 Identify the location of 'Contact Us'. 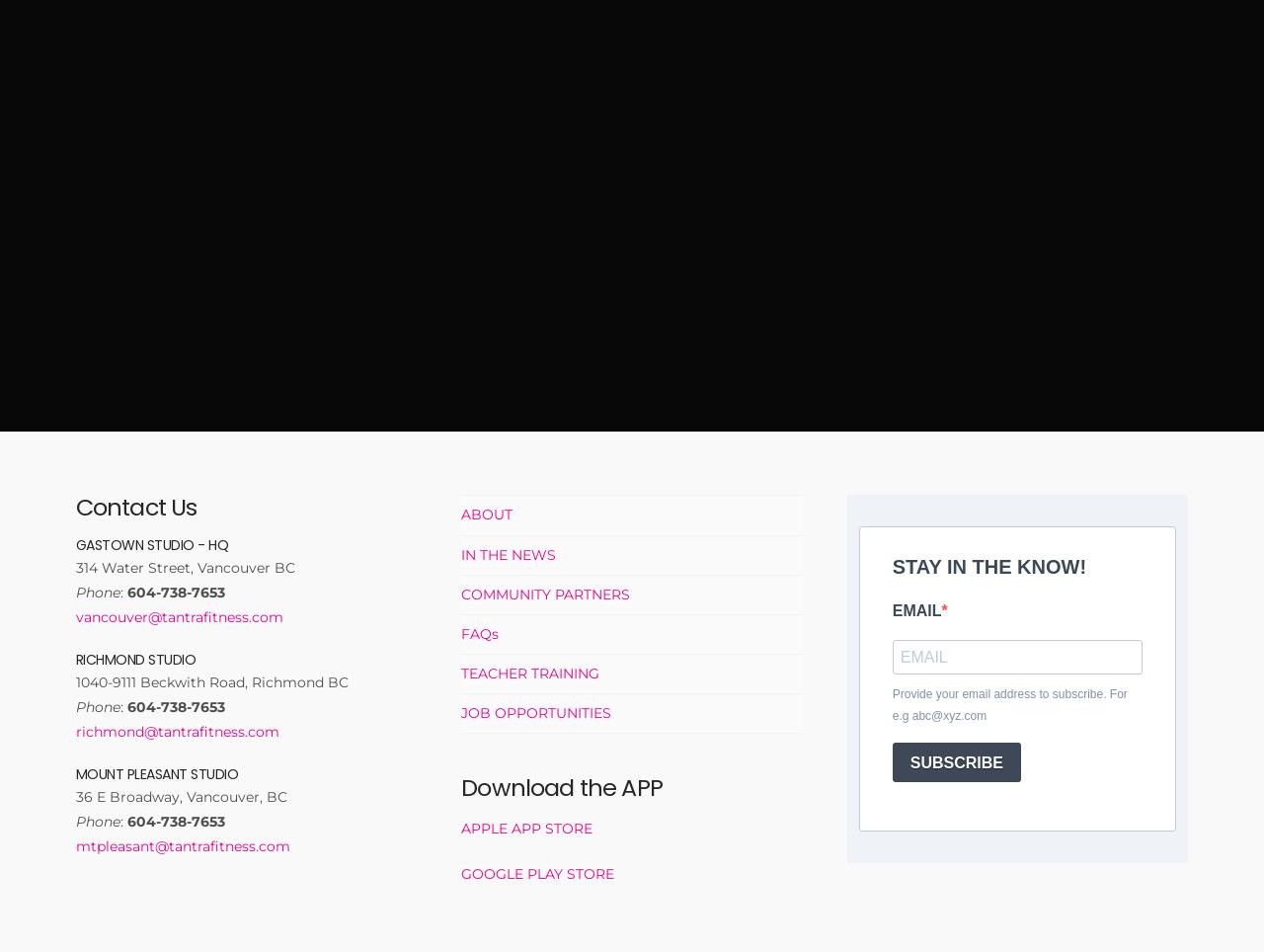
(134, 506).